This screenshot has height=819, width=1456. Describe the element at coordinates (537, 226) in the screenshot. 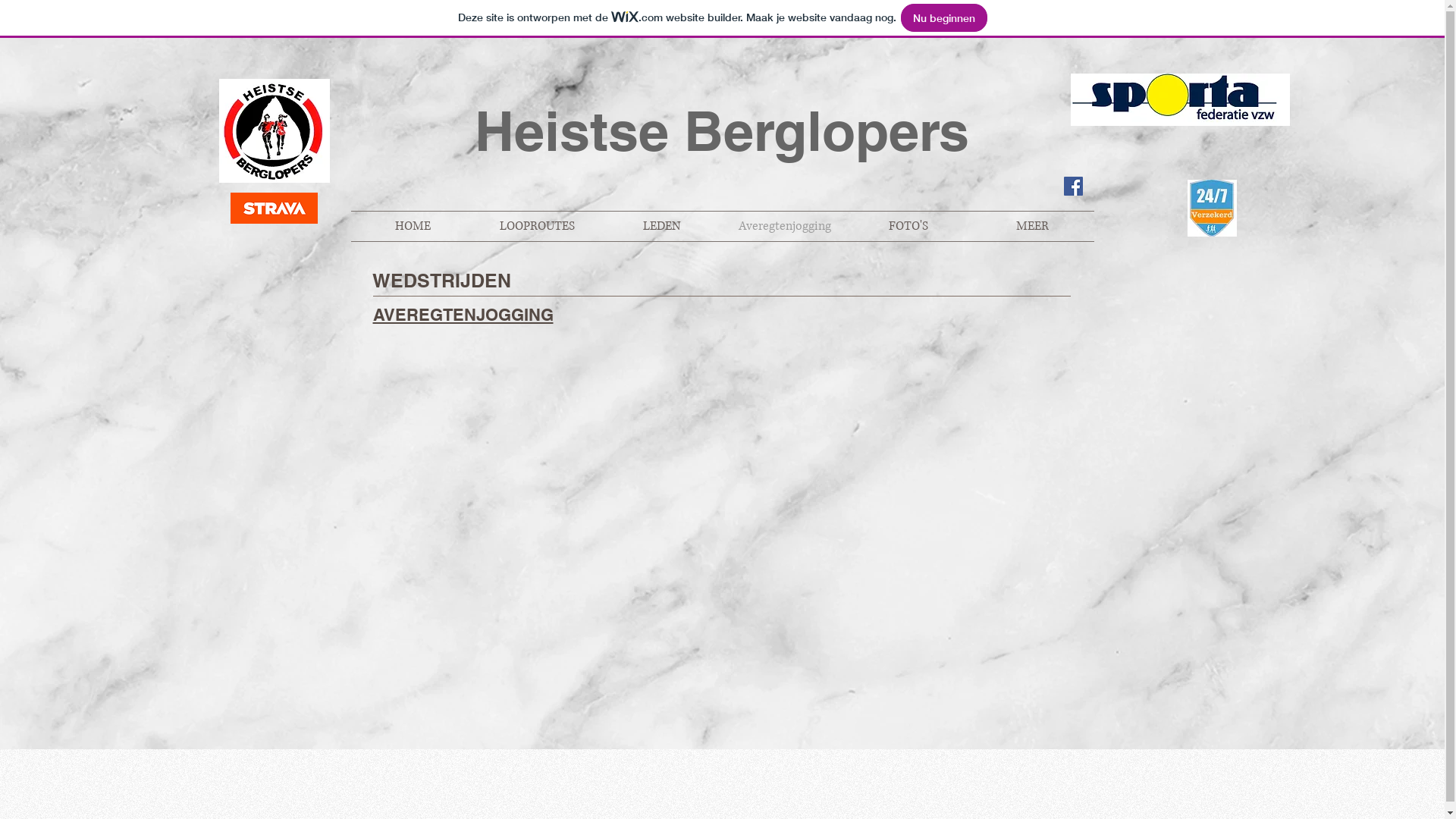

I see `'LOOPROUTES'` at that location.